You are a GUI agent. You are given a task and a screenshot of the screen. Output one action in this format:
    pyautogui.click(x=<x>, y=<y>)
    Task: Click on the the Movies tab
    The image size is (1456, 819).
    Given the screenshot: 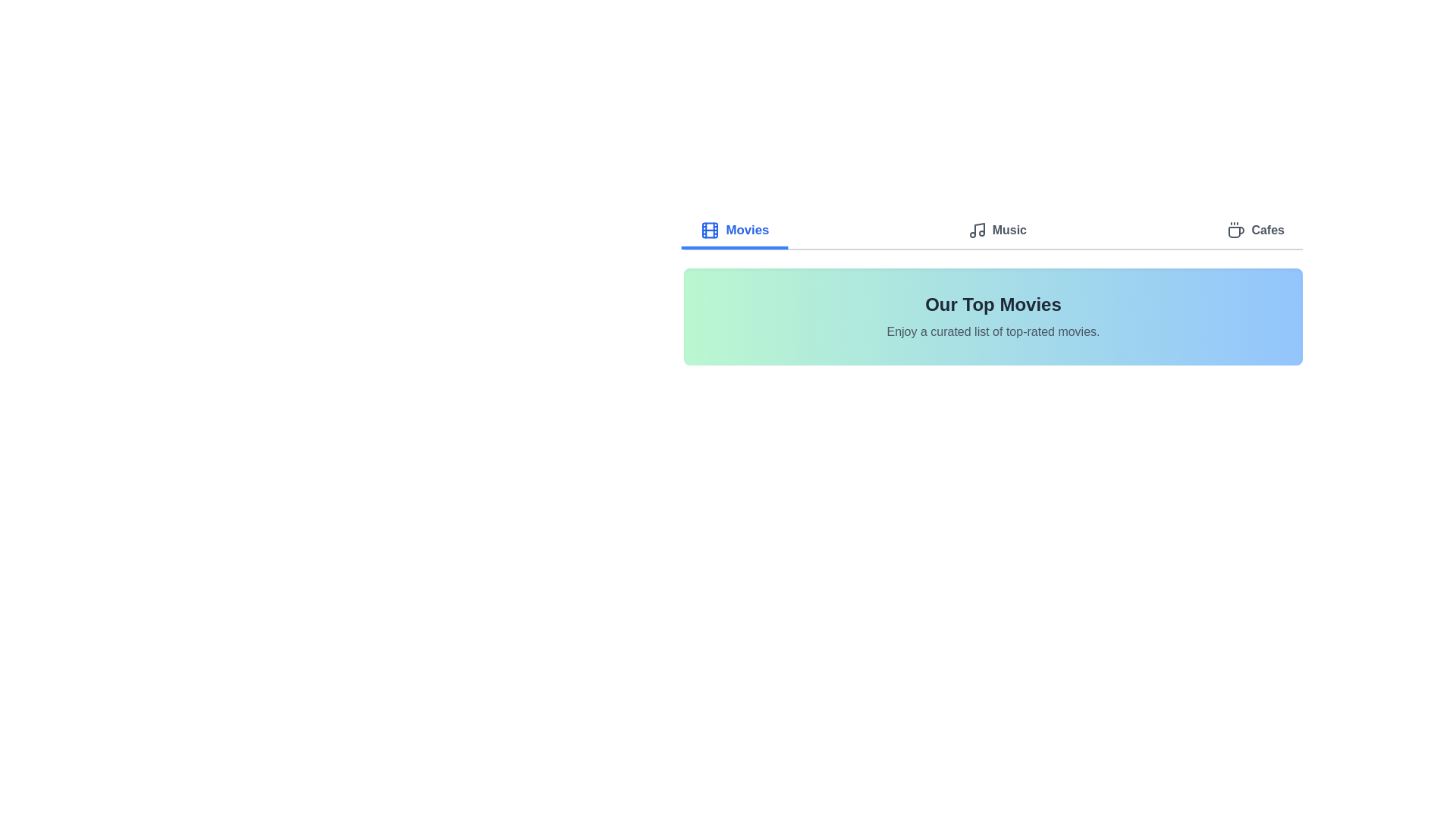 What is the action you would take?
    pyautogui.click(x=735, y=231)
    